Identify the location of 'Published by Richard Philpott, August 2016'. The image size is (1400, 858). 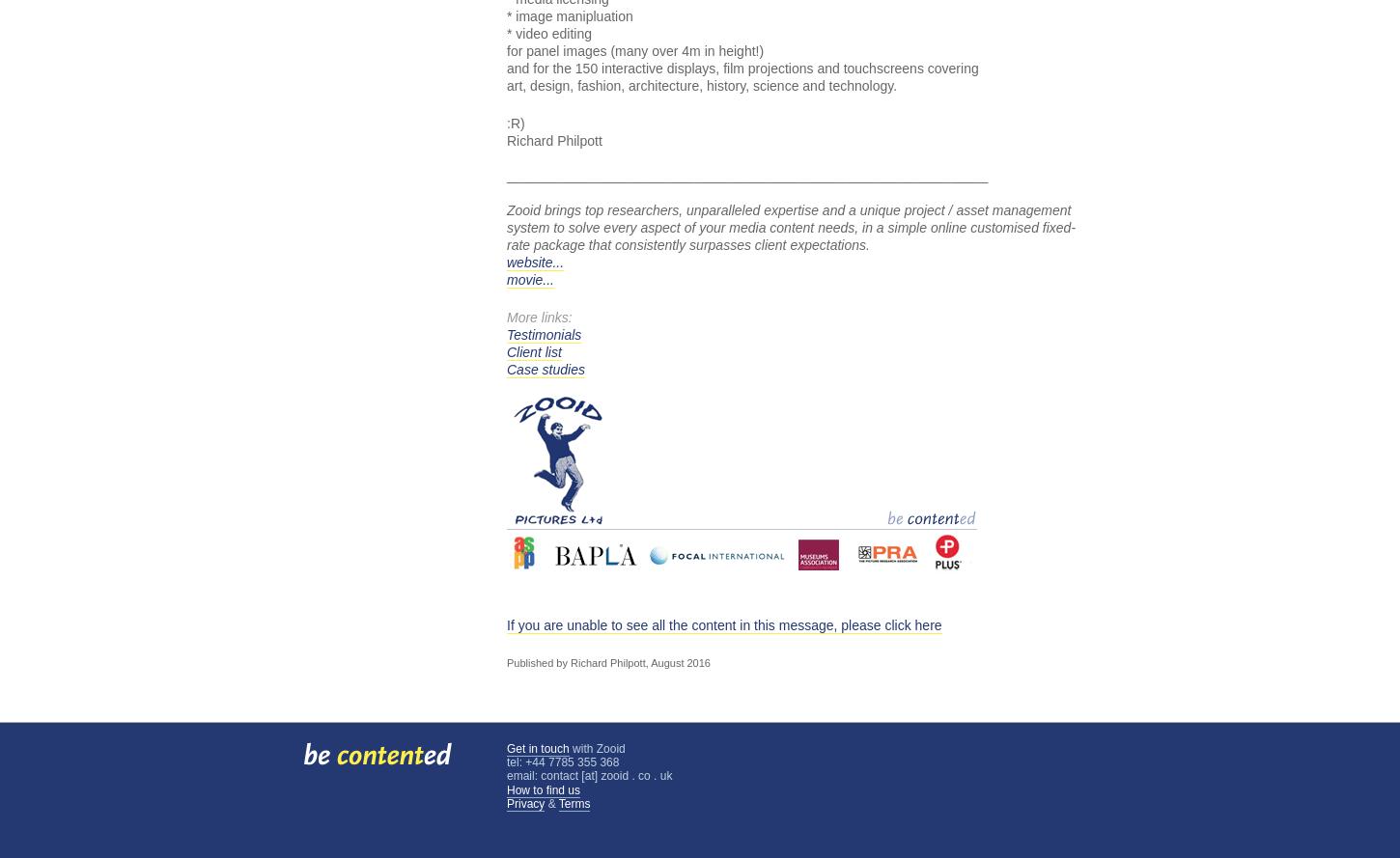
(607, 663).